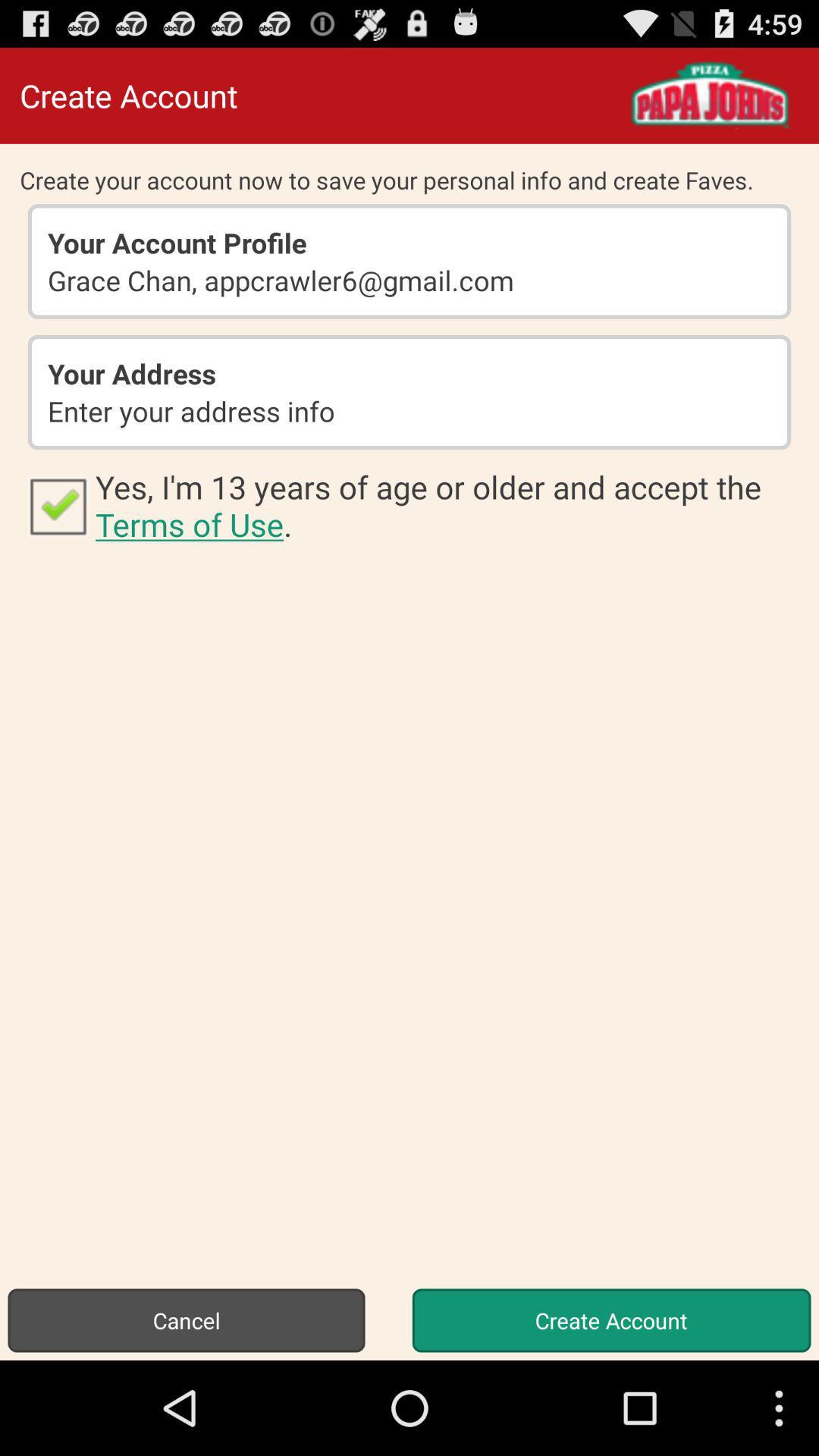 Image resolution: width=819 pixels, height=1456 pixels. I want to click on icon on the left, so click(57, 505).